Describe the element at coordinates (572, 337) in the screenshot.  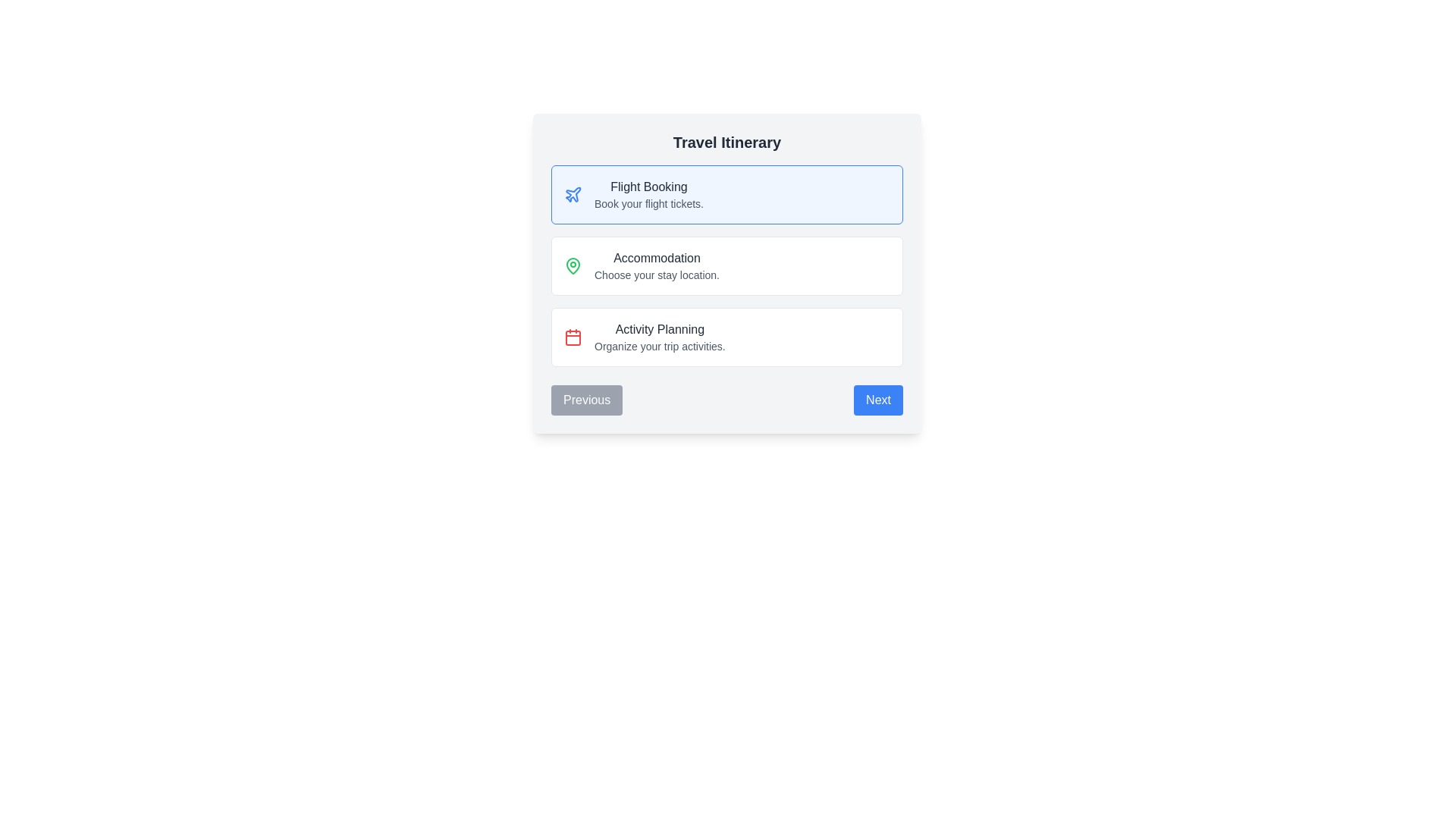
I see `the core of the red calendar icon, which is positioned to the left of the 'Activity Planning' text description` at that location.